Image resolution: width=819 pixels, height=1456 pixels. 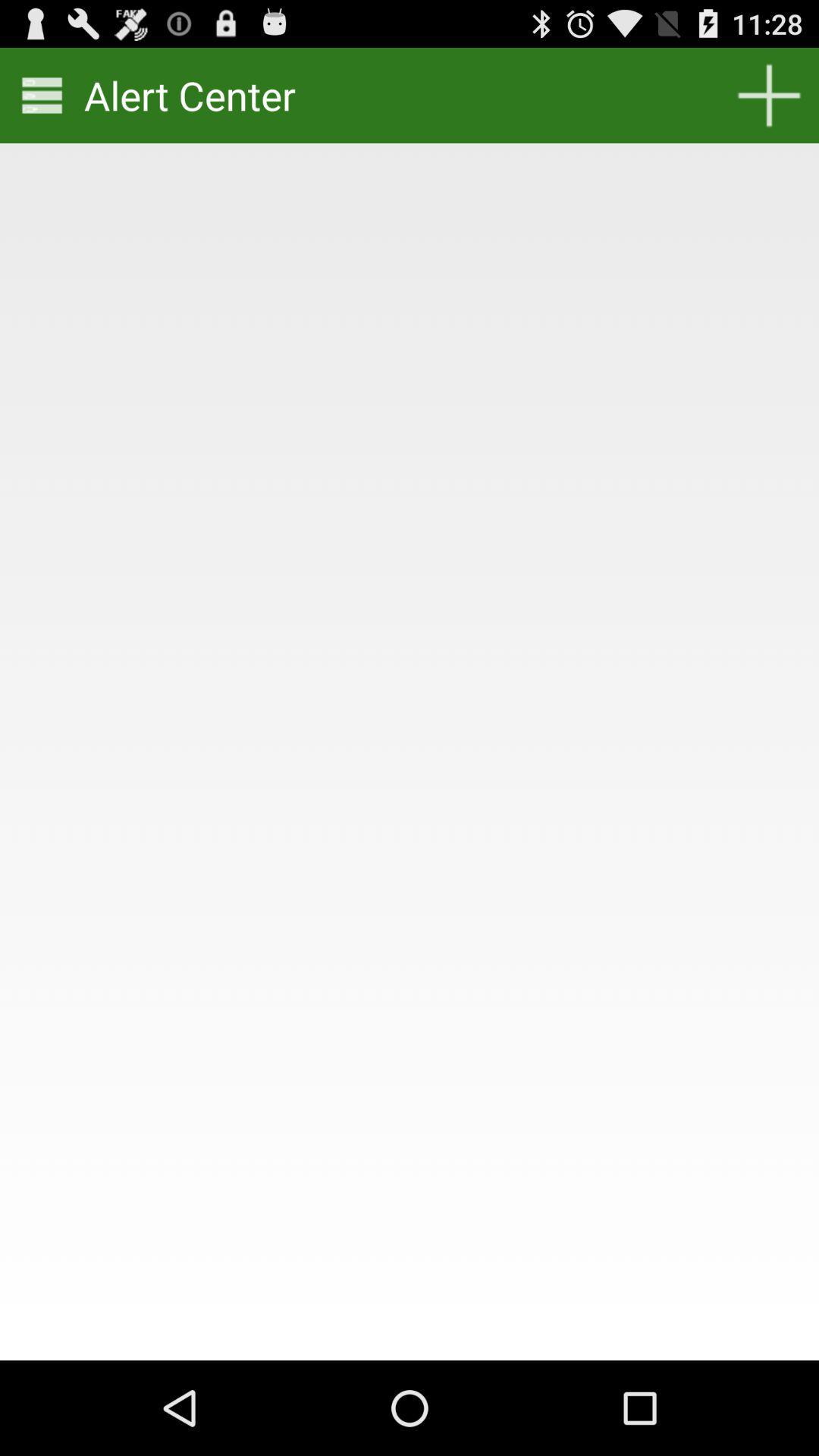 What do you see at coordinates (769, 94) in the screenshot?
I see `button` at bounding box center [769, 94].